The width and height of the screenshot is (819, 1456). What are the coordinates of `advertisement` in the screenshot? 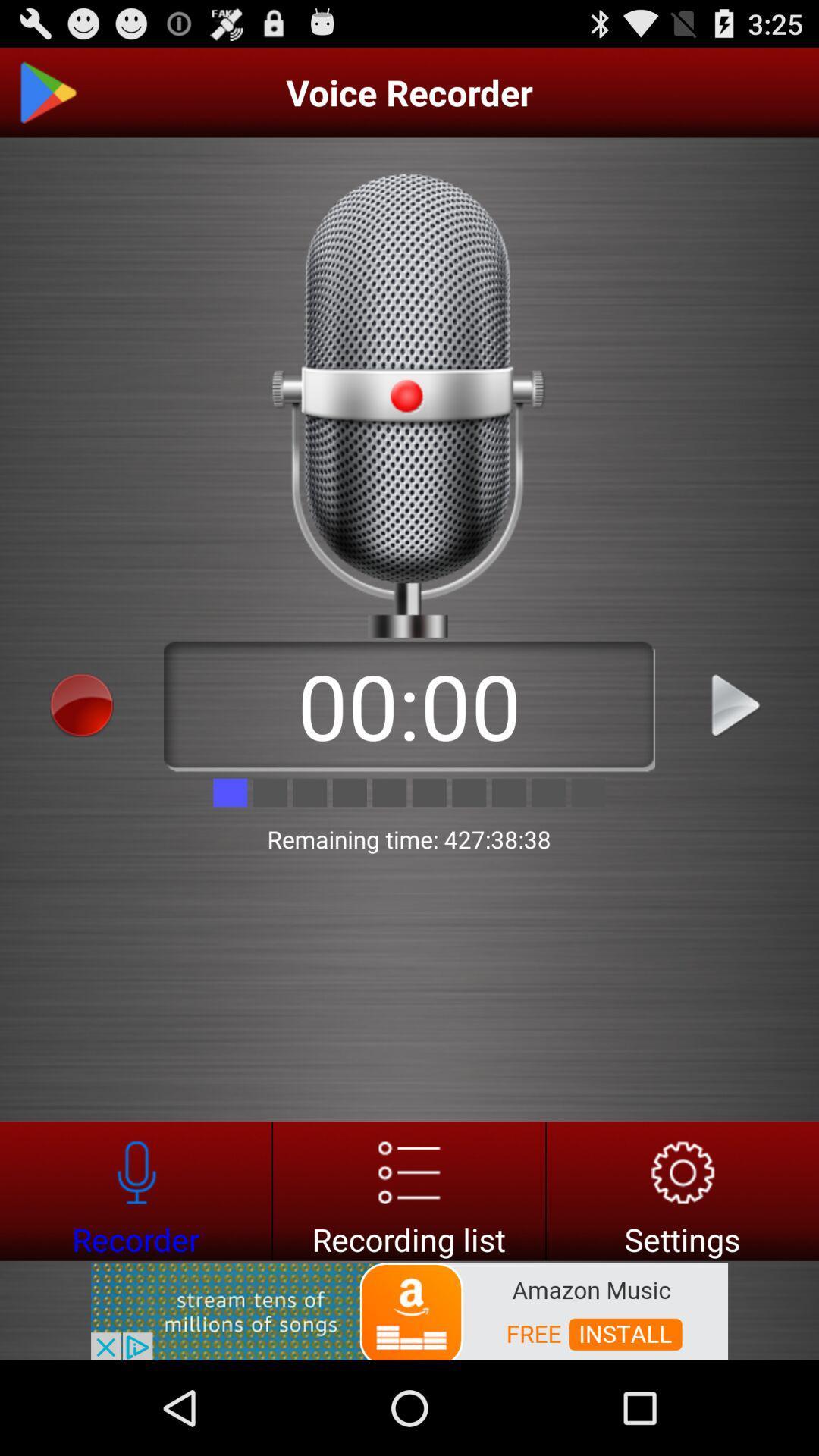 It's located at (409, 1310).